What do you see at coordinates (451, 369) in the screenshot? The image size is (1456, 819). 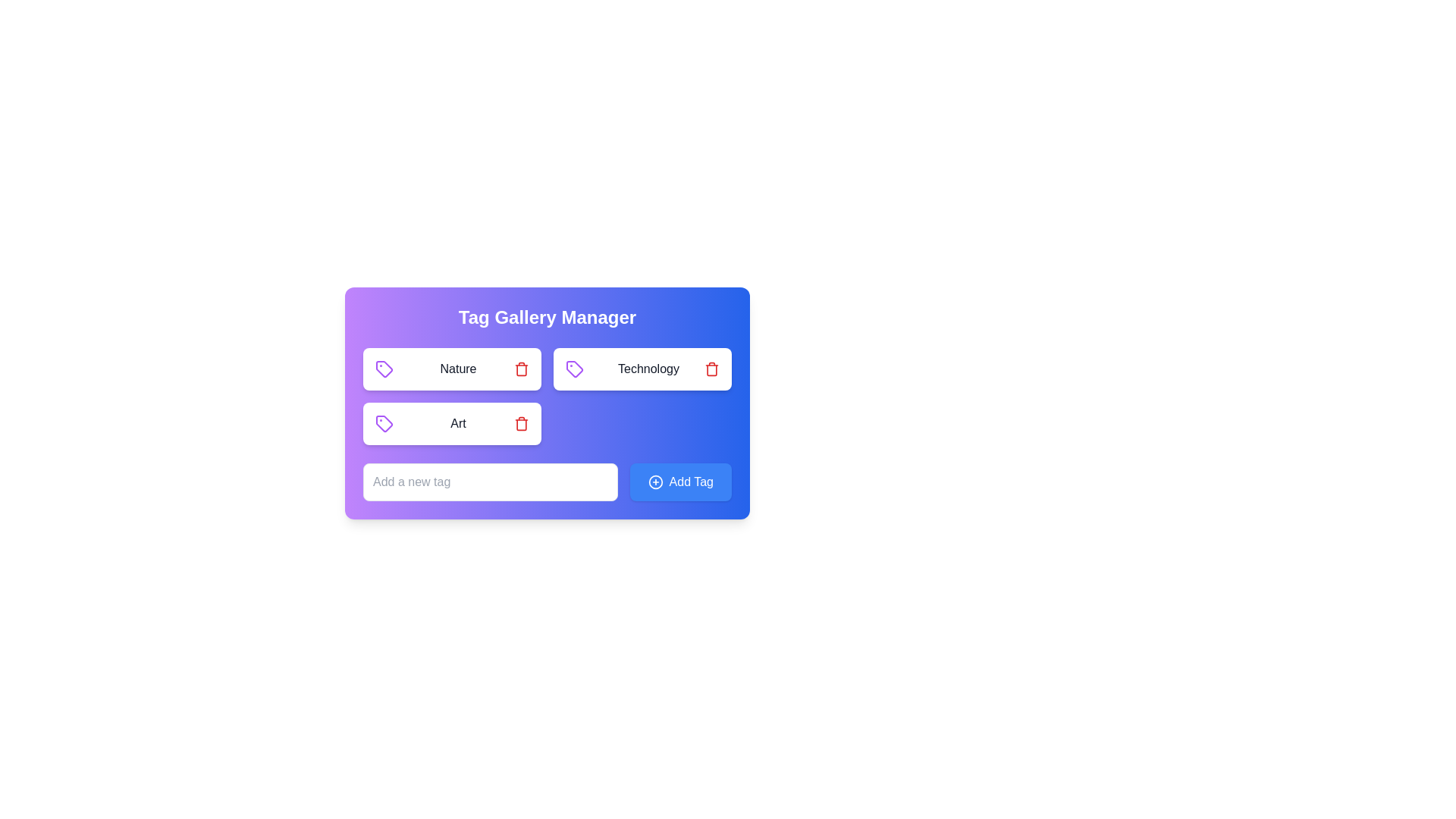 I see `the Card component labeled 'Nature' which features a purple tag icon on the left and is positioned in the top-left corner of the grid layout` at bounding box center [451, 369].